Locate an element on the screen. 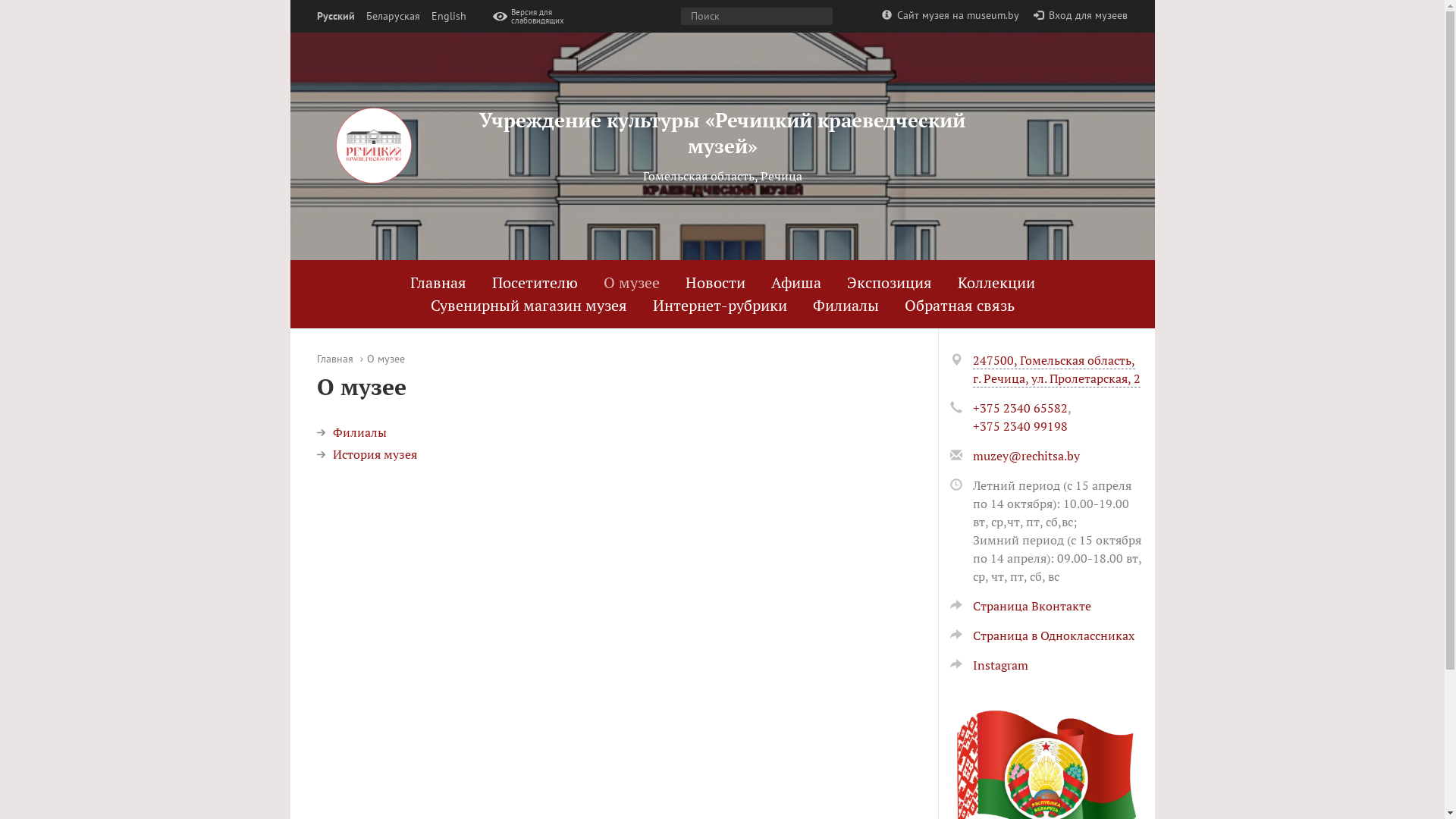  'muzey@rechitsa.by' is located at coordinates (971, 455).